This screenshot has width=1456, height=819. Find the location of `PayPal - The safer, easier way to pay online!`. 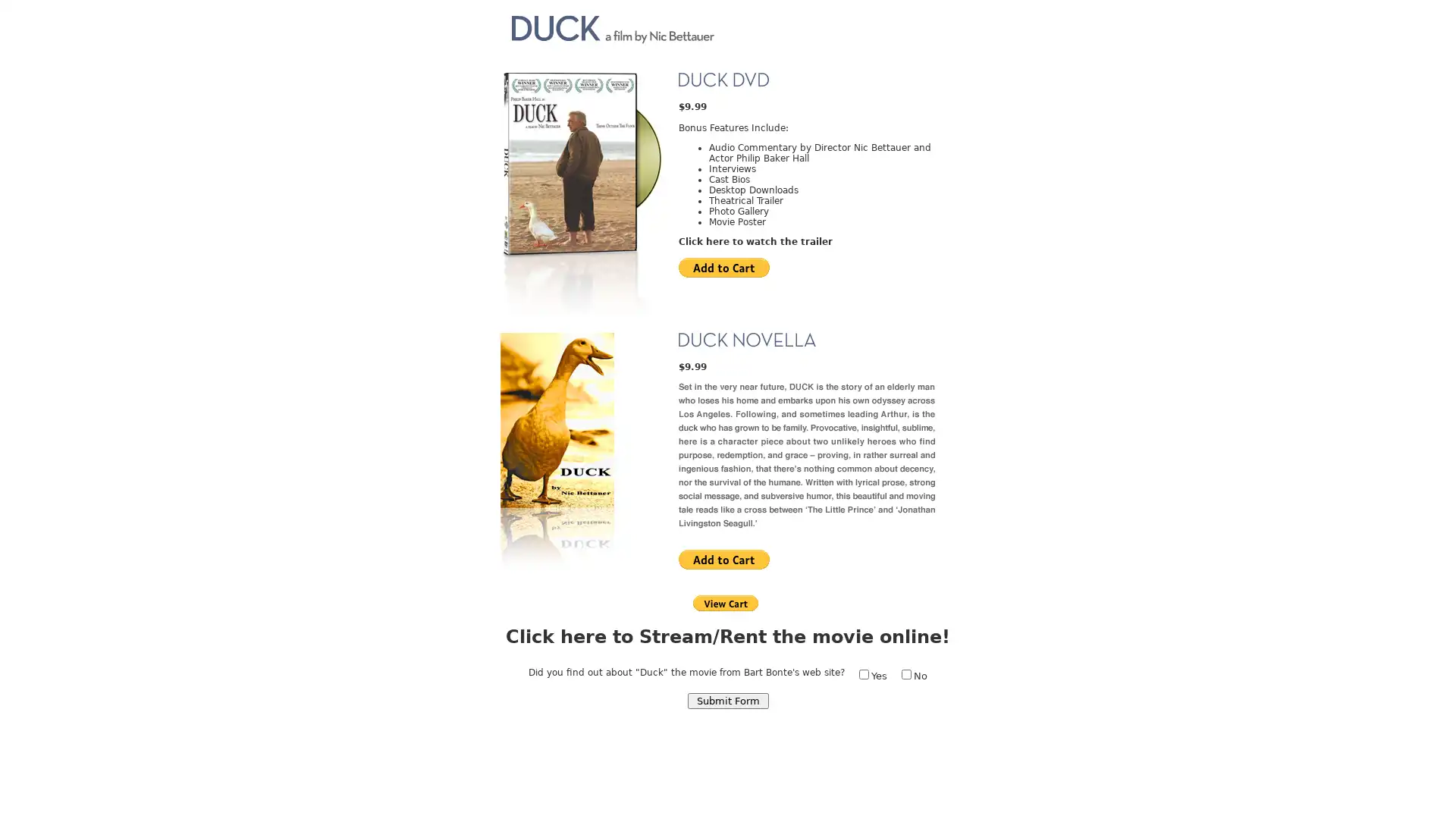

PayPal - The safer, easier way to pay online! is located at coordinates (723, 559).